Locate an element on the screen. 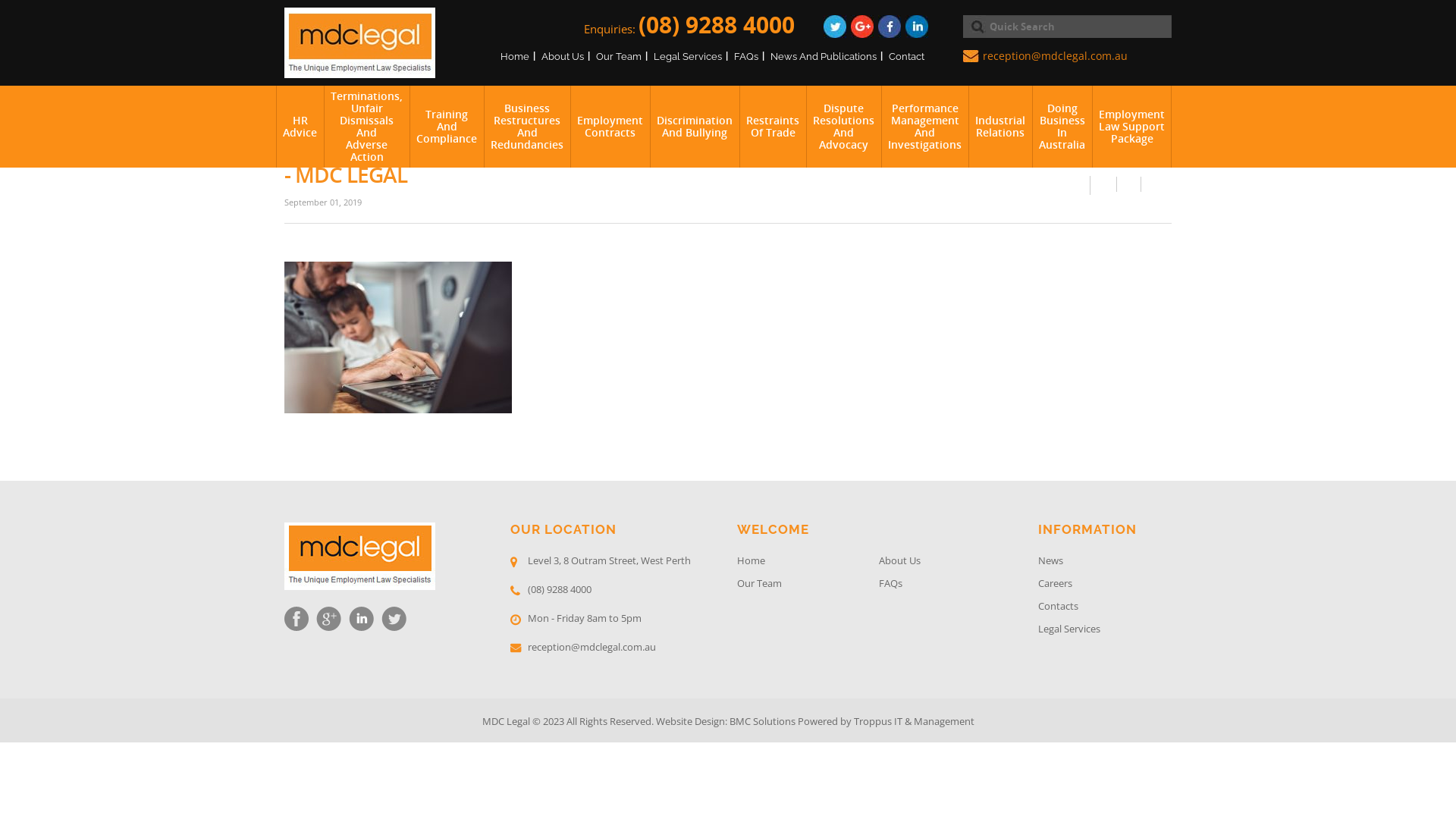 The width and height of the screenshot is (1456, 819). 'Industrial is located at coordinates (967, 125).